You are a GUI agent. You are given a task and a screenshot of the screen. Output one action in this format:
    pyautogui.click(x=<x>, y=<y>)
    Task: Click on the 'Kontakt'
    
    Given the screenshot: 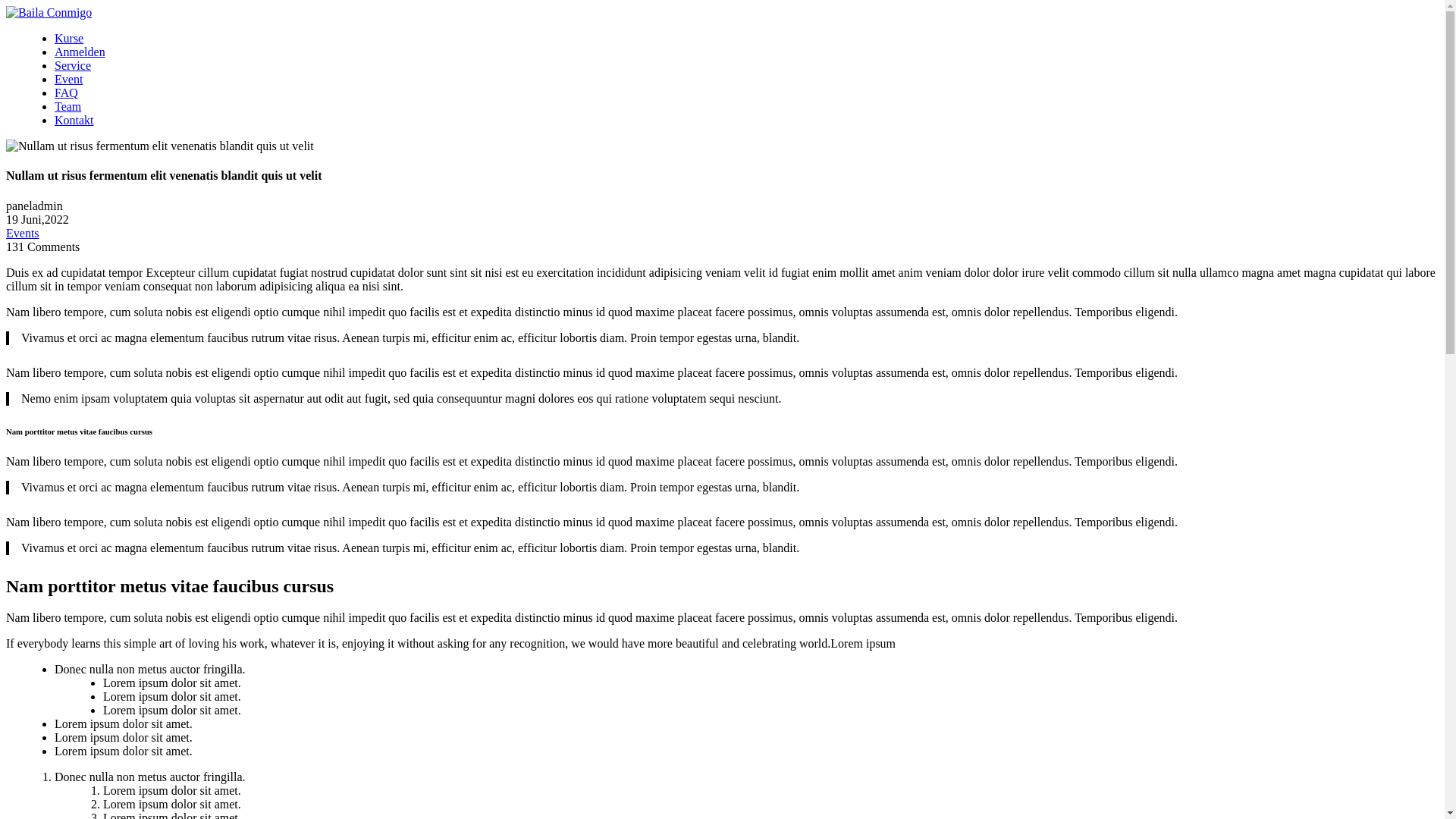 What is the action you would take?
    pyautogui.click(x=73, y=119)
    